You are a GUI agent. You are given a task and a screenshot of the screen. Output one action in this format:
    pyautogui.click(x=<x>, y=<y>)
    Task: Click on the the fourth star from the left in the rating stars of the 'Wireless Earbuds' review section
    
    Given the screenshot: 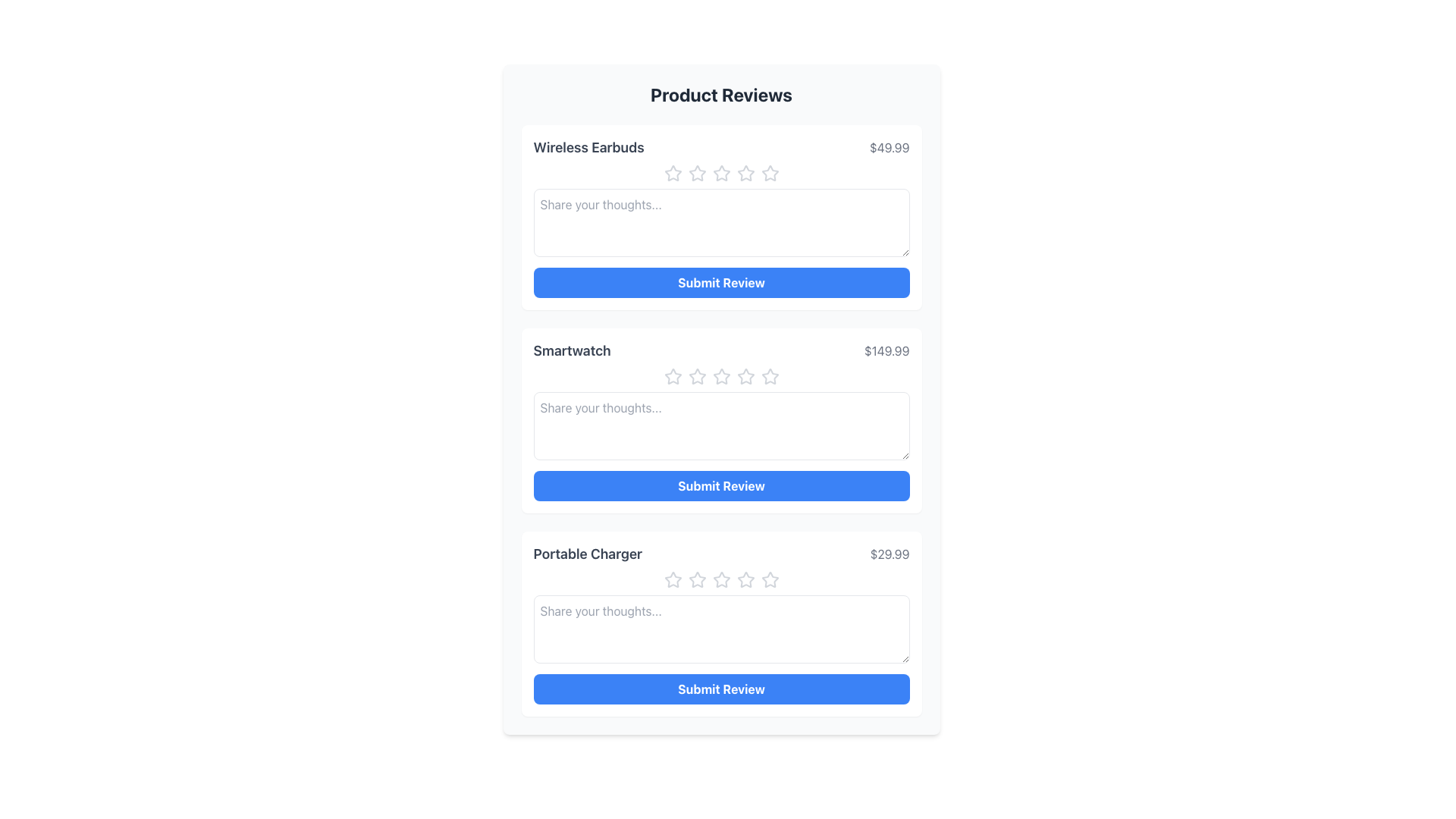 What is the action you would take?
    pyautogui.click(x=770, y=172)
    